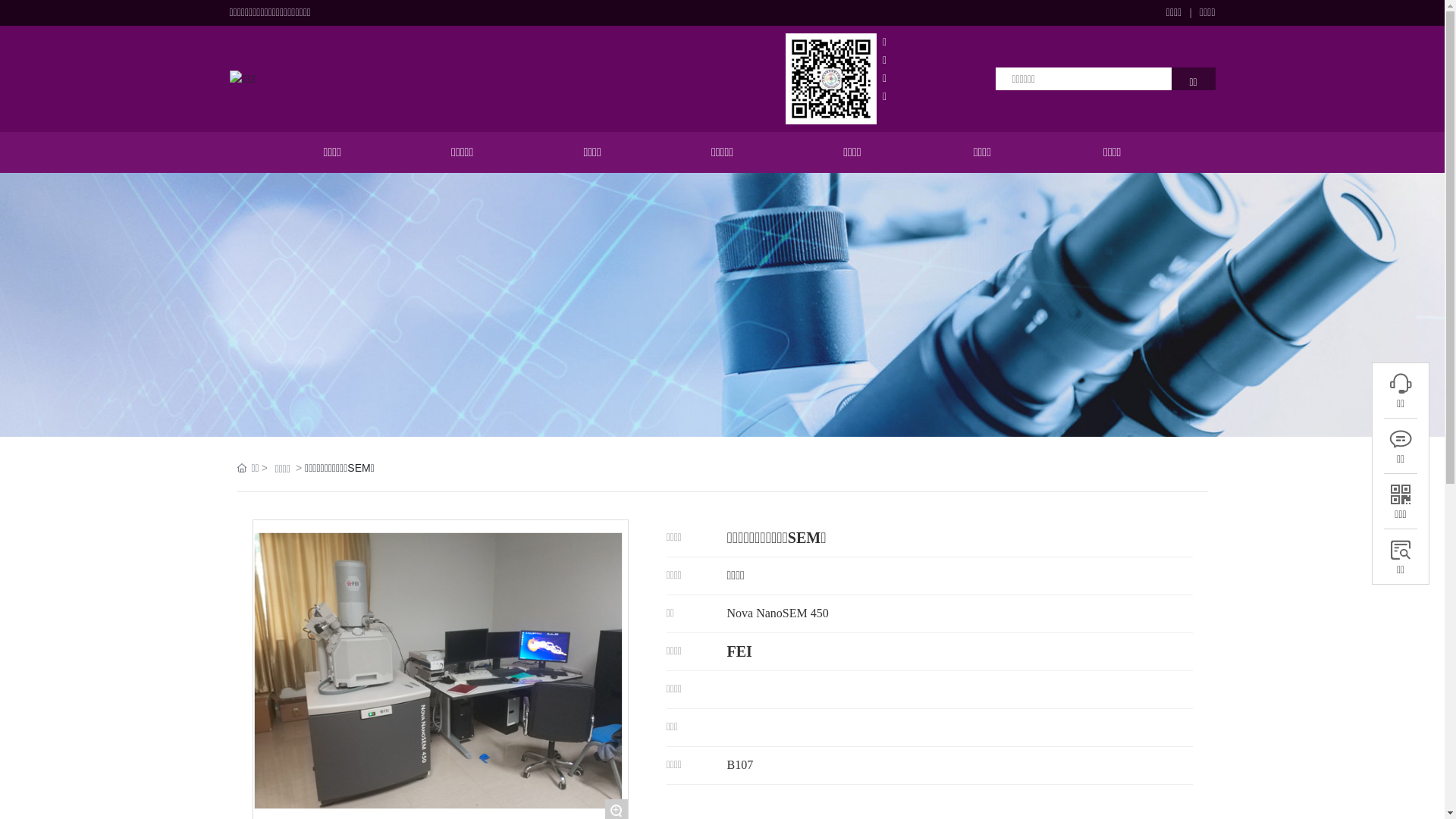 This screenshot has height=819, width=1456. Describe the element at coordinates (1400, 494) in the screenshot. I see `'112'` at that location.